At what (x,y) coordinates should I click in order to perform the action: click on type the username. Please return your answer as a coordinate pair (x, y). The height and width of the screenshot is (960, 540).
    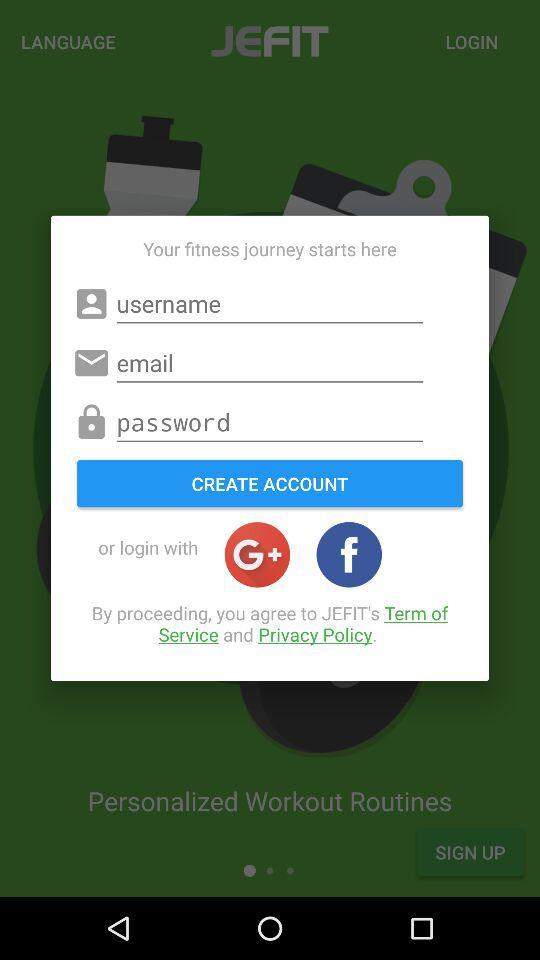
    Looking at the image, I should click on (270, 304).